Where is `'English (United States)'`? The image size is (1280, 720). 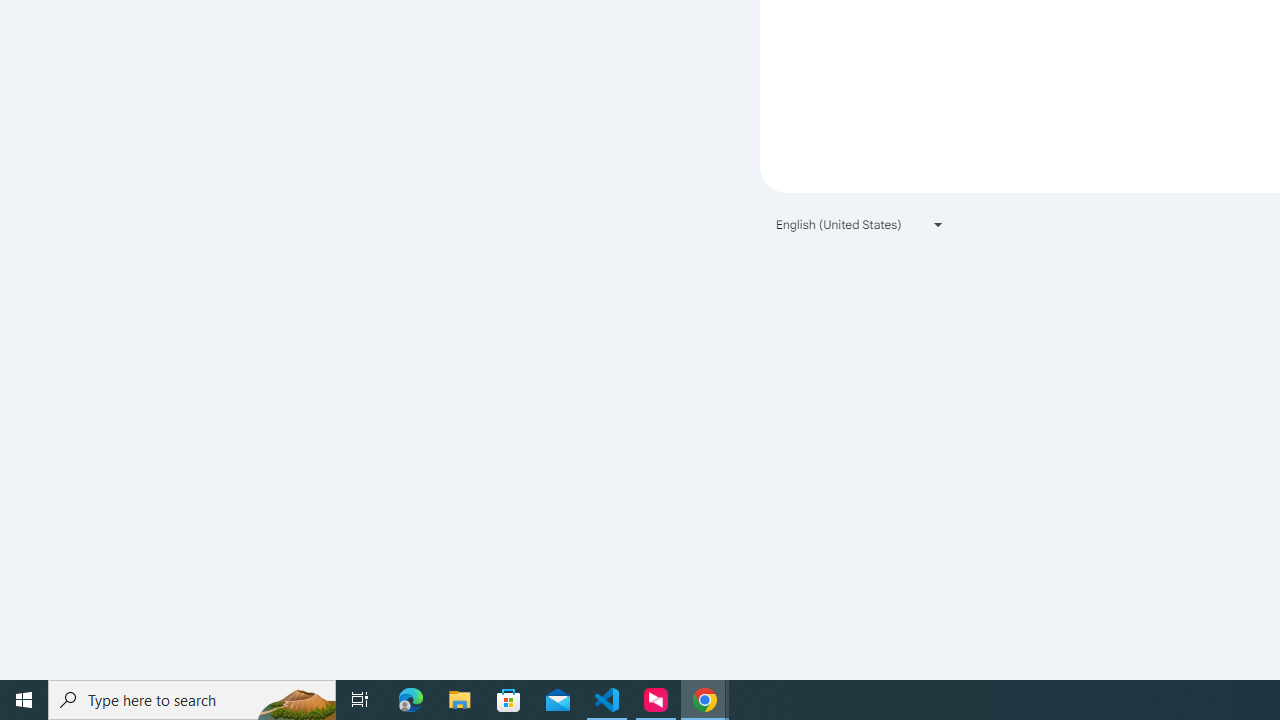
'English (United States)' is located at coordinates (860, 224).